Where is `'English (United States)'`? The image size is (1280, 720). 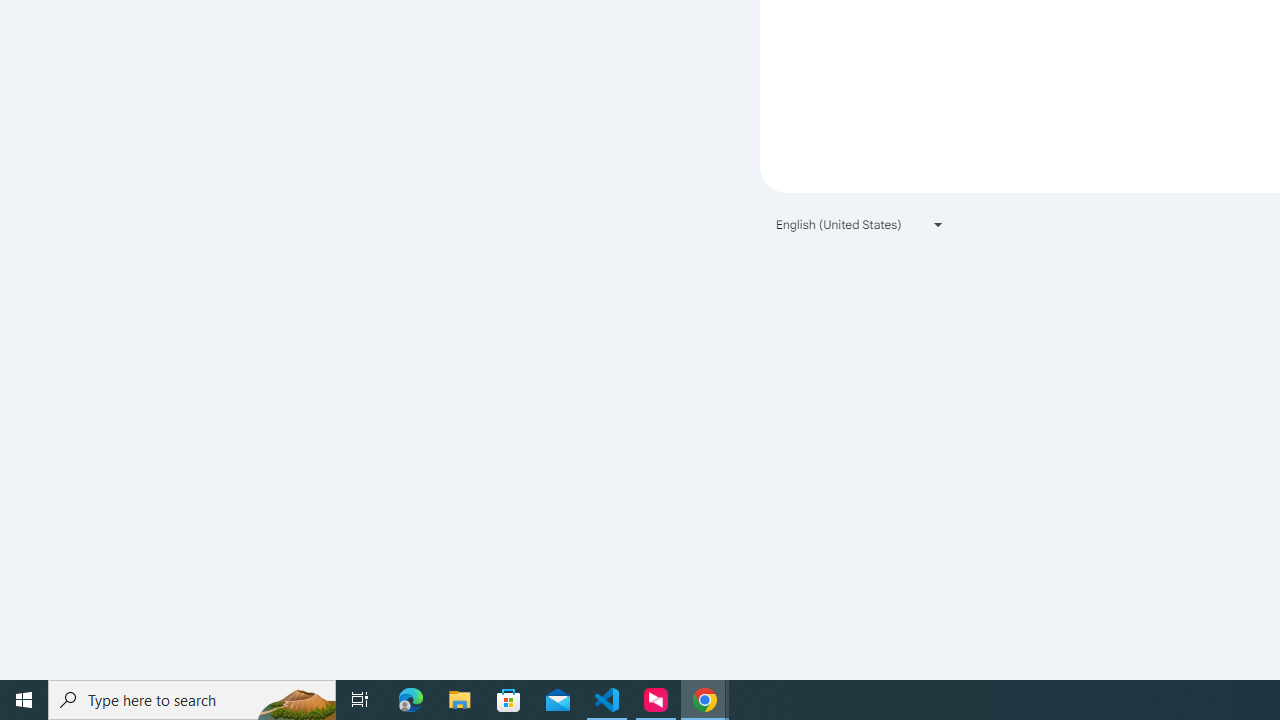
'English (United States)' is located at coordinates (860, 224).